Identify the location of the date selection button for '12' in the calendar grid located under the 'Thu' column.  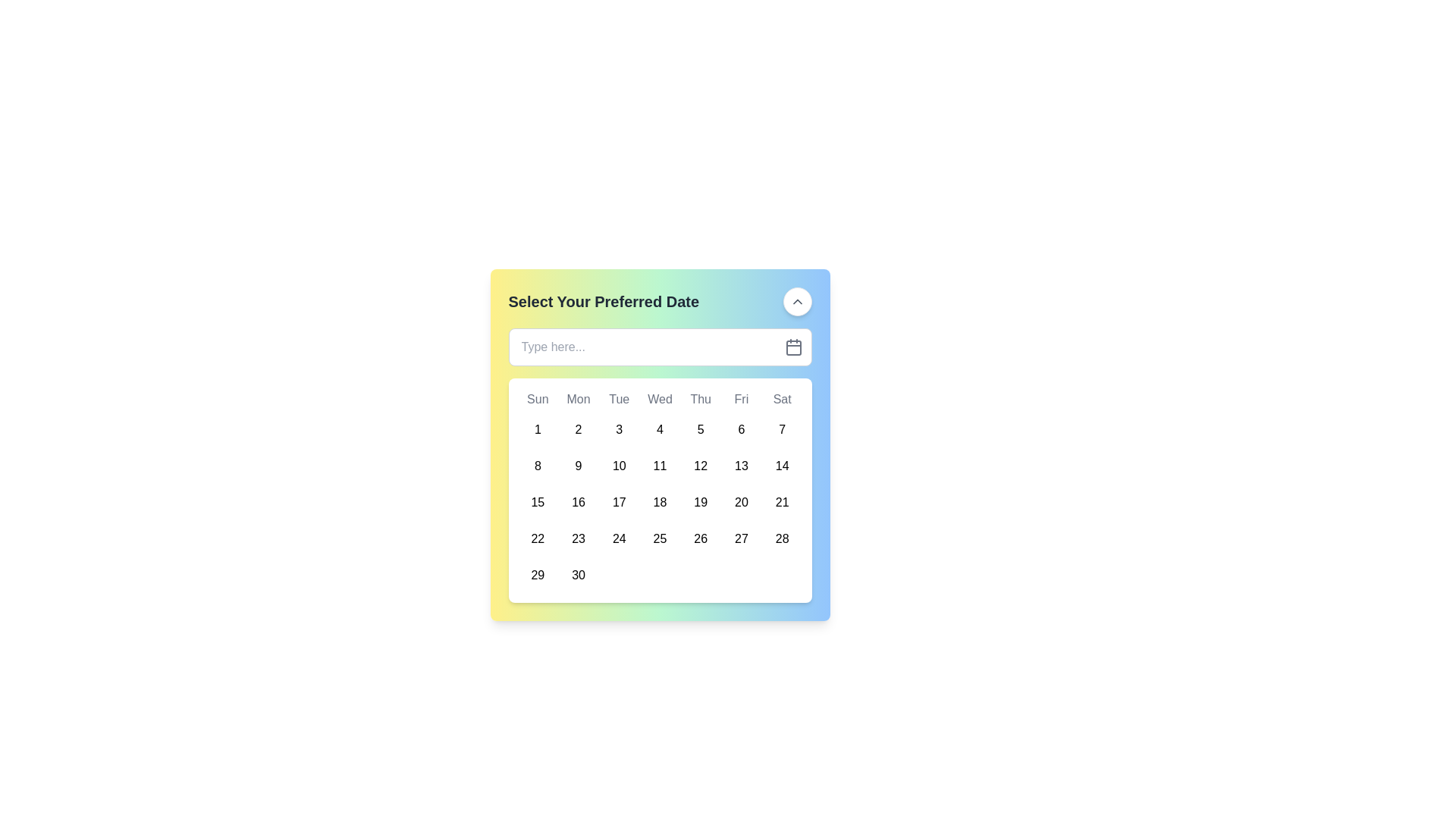
(700, 465).